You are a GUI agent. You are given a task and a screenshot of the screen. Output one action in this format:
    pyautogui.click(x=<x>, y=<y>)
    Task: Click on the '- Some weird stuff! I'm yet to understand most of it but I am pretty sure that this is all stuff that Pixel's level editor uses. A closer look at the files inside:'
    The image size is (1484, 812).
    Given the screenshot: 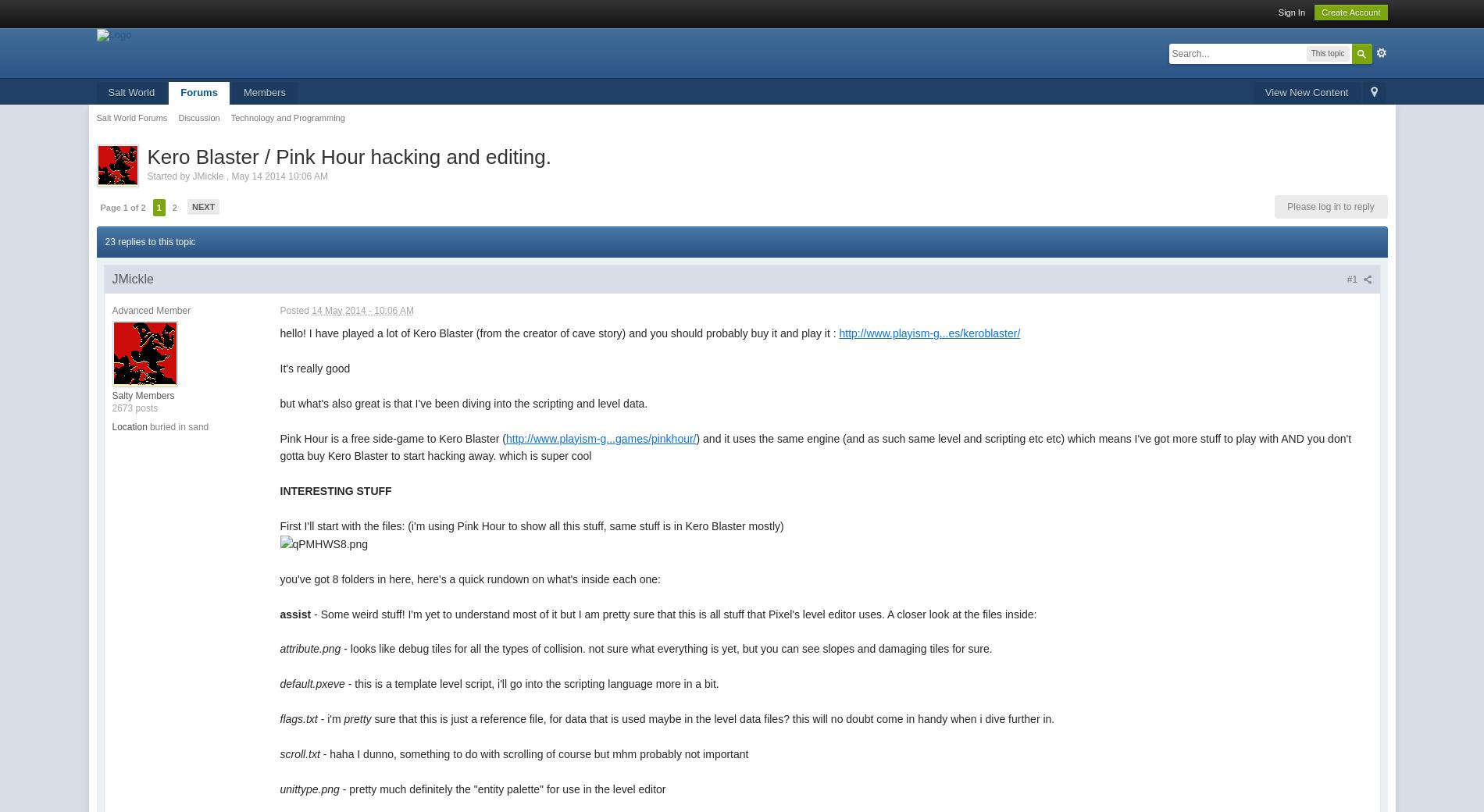 What is the action you would take?
    pyautogui.click(x=672, y=613)
    